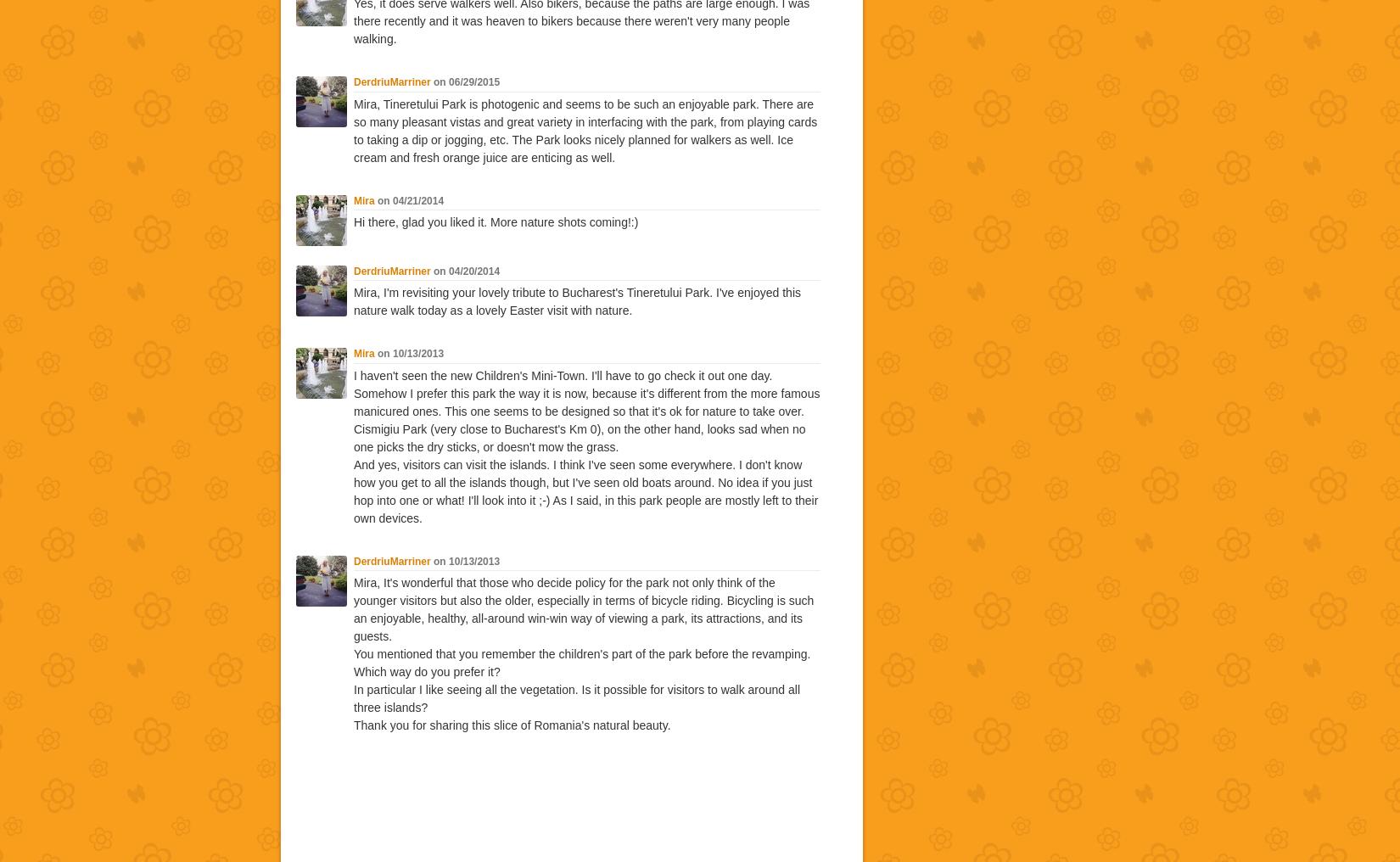 The width and height of the screenshot is (1400, 862). I want to click on 'Somehow I prefer this park the way it is now, because it's different from the more famous manicured ones. This one seems to be designed so that it's ok for nature to take over. Cismigiu Park (very close to Bucharest's Km 0), on the other hand, looks sad when no one picks the dry sticks, or doesn't mow the grass.', so click(585, 419).